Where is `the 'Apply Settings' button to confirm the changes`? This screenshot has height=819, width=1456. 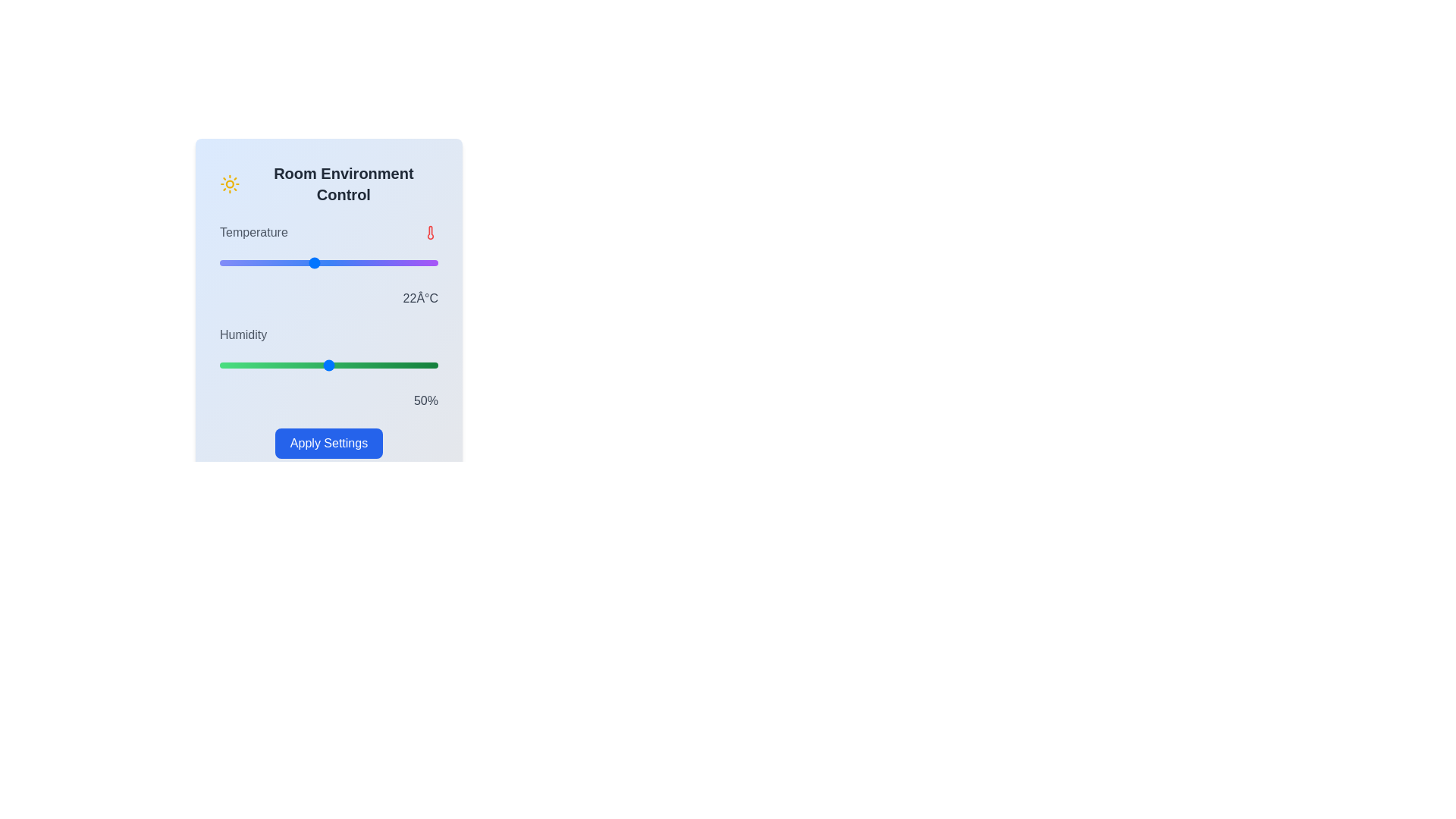
the 'Apply Settings' button to confirm the changes is located at coordinates (328, 444).